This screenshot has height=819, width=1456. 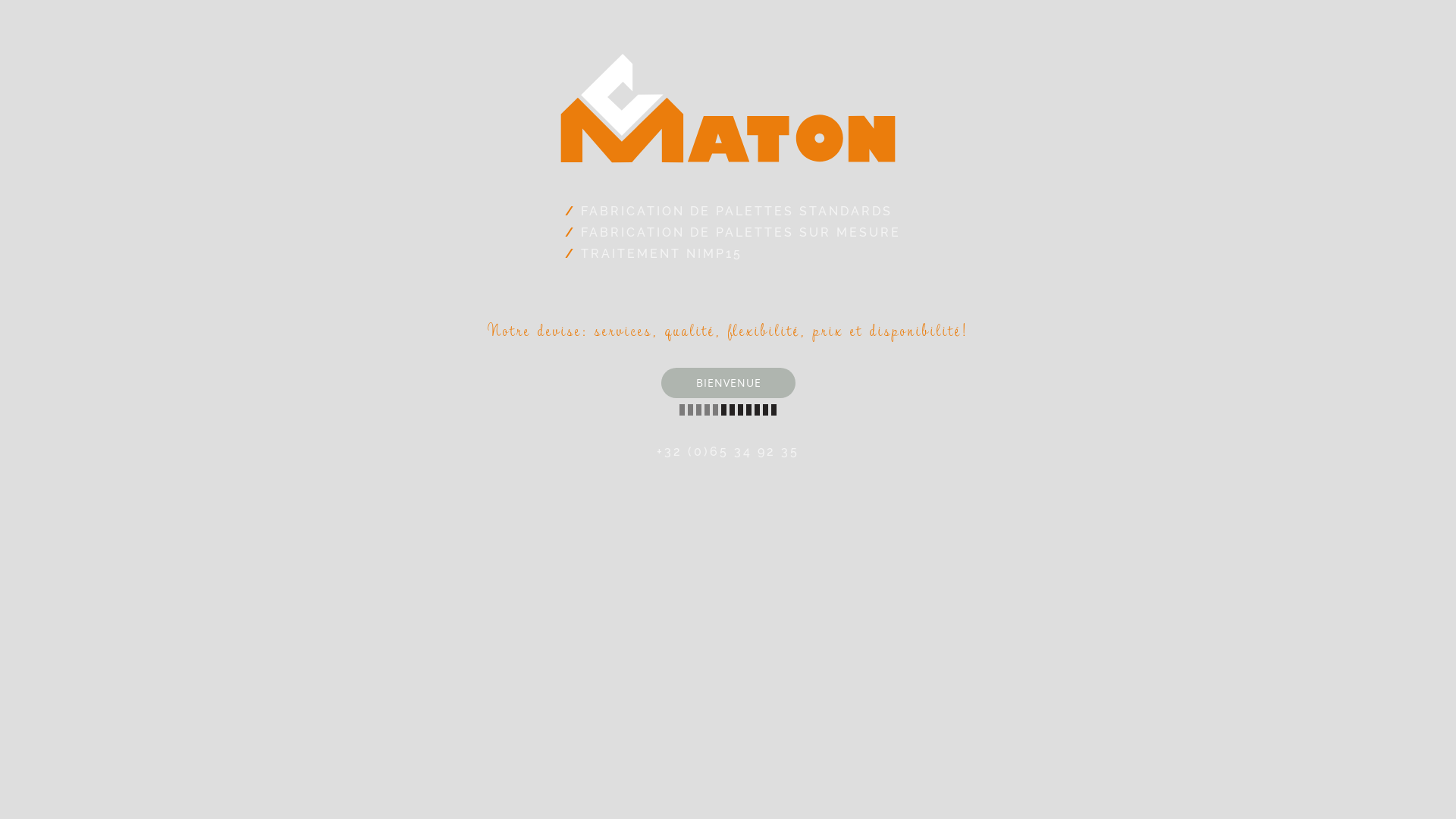 What do you see at coordinates (661, 382) in the screenshot?
I see `'BIENVENUE'` at bounding box center [661, 382].